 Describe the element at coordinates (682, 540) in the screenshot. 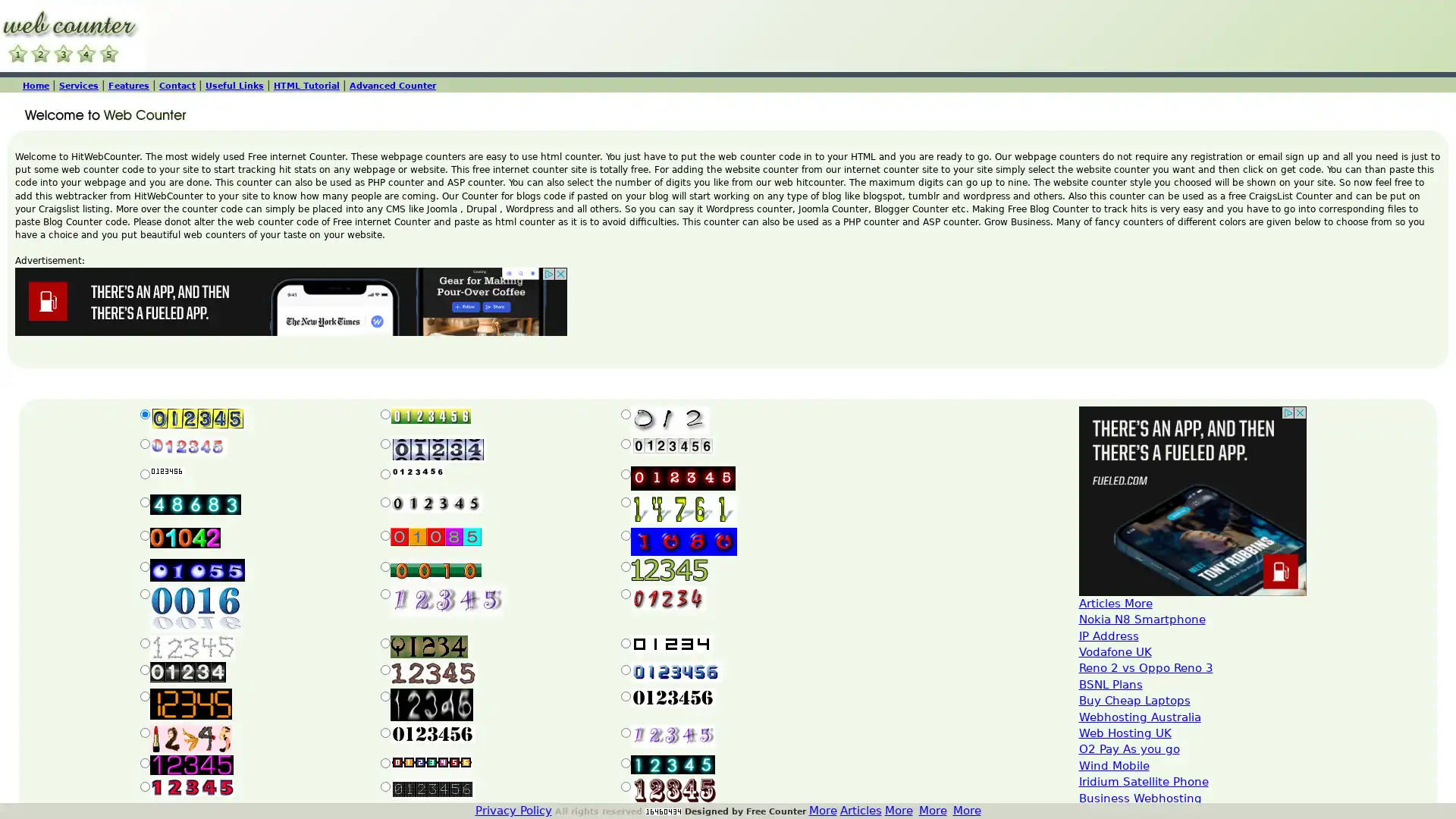

I see `Submit` at that location.